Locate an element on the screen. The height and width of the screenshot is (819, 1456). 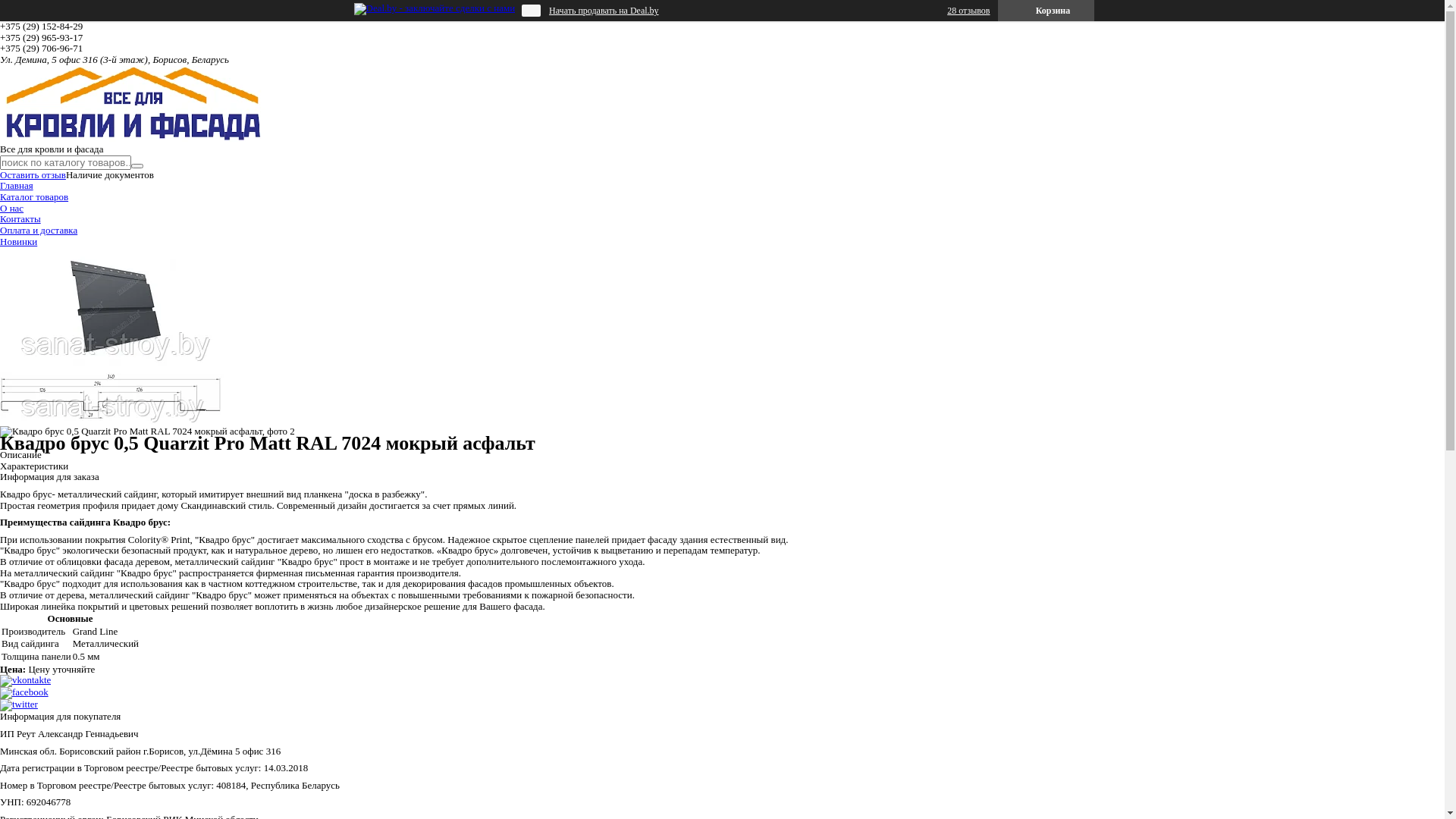
'facebook' is located at coordinates (24, 692).